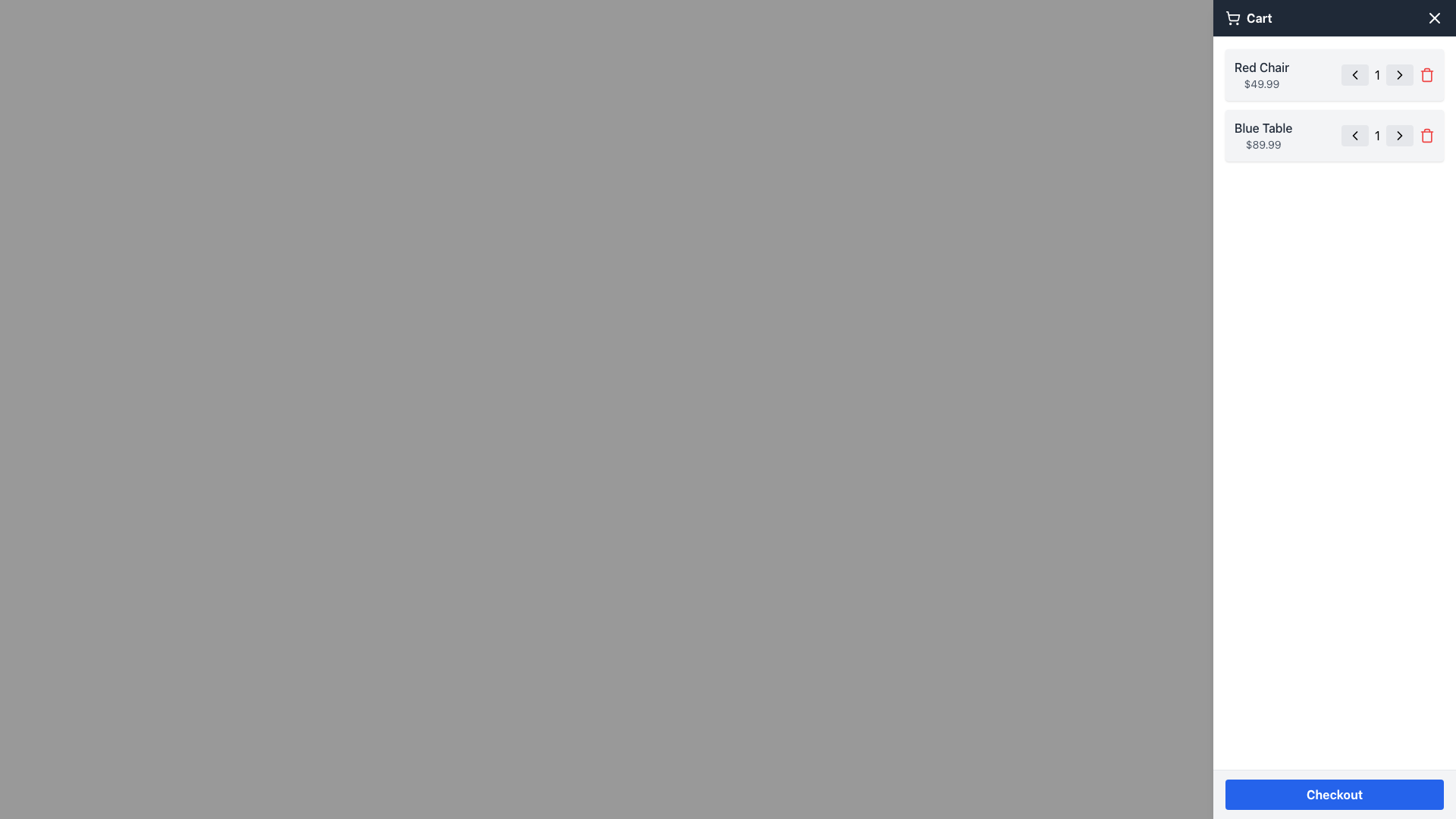 The height and width of the screenshot is (819, 1456). I want to click on the 'Blue Table' text label in the shopping cart, which displays the product name below the 'Red Chair', so click(1263, 127).